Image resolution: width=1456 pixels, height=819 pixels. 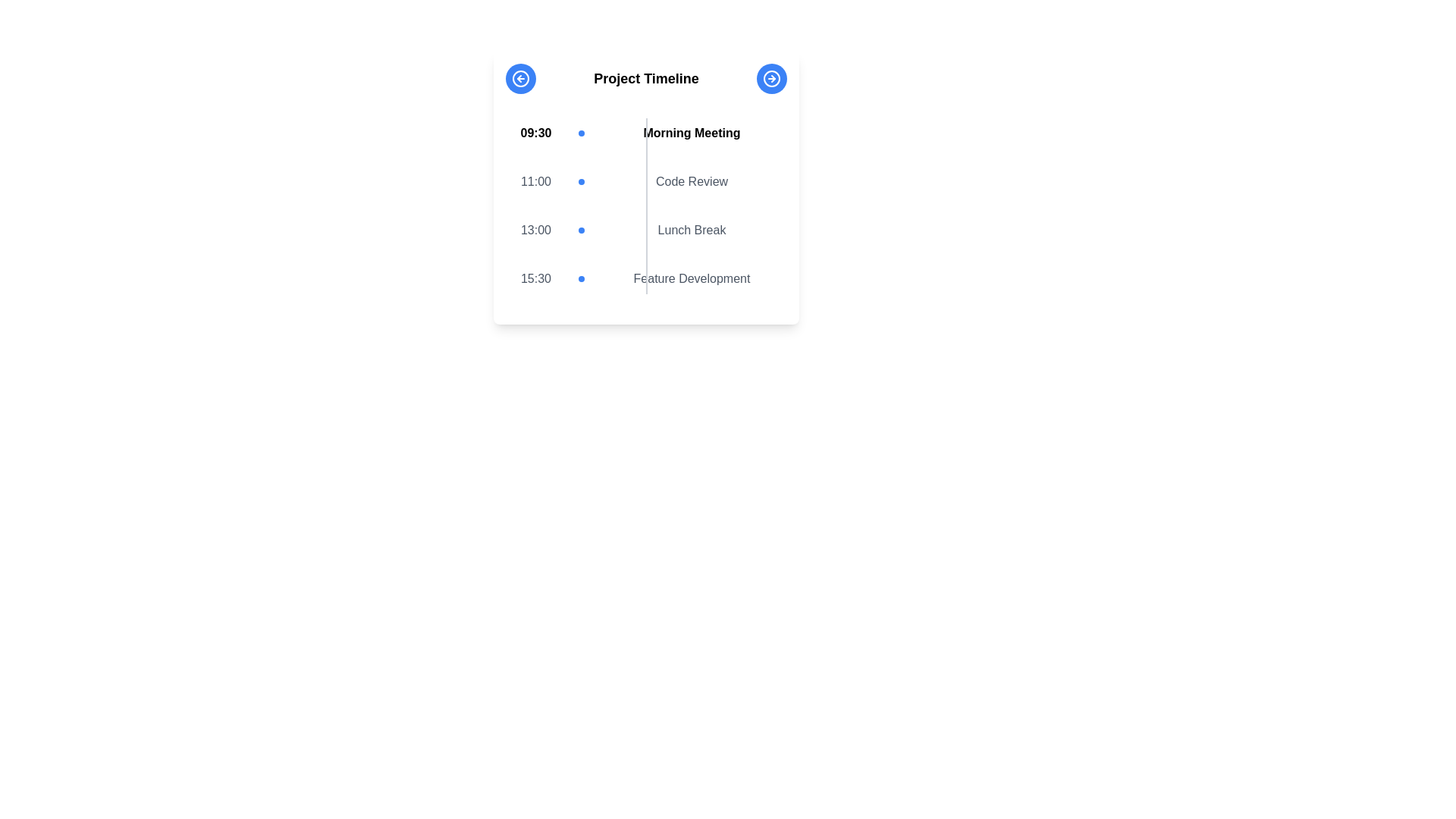 What do you see at coordinates (646, 133) in the screenshot?
I see `the first timeline event entry labeled '09:30 Morning Meeting'` at bounding box center [646, 133].